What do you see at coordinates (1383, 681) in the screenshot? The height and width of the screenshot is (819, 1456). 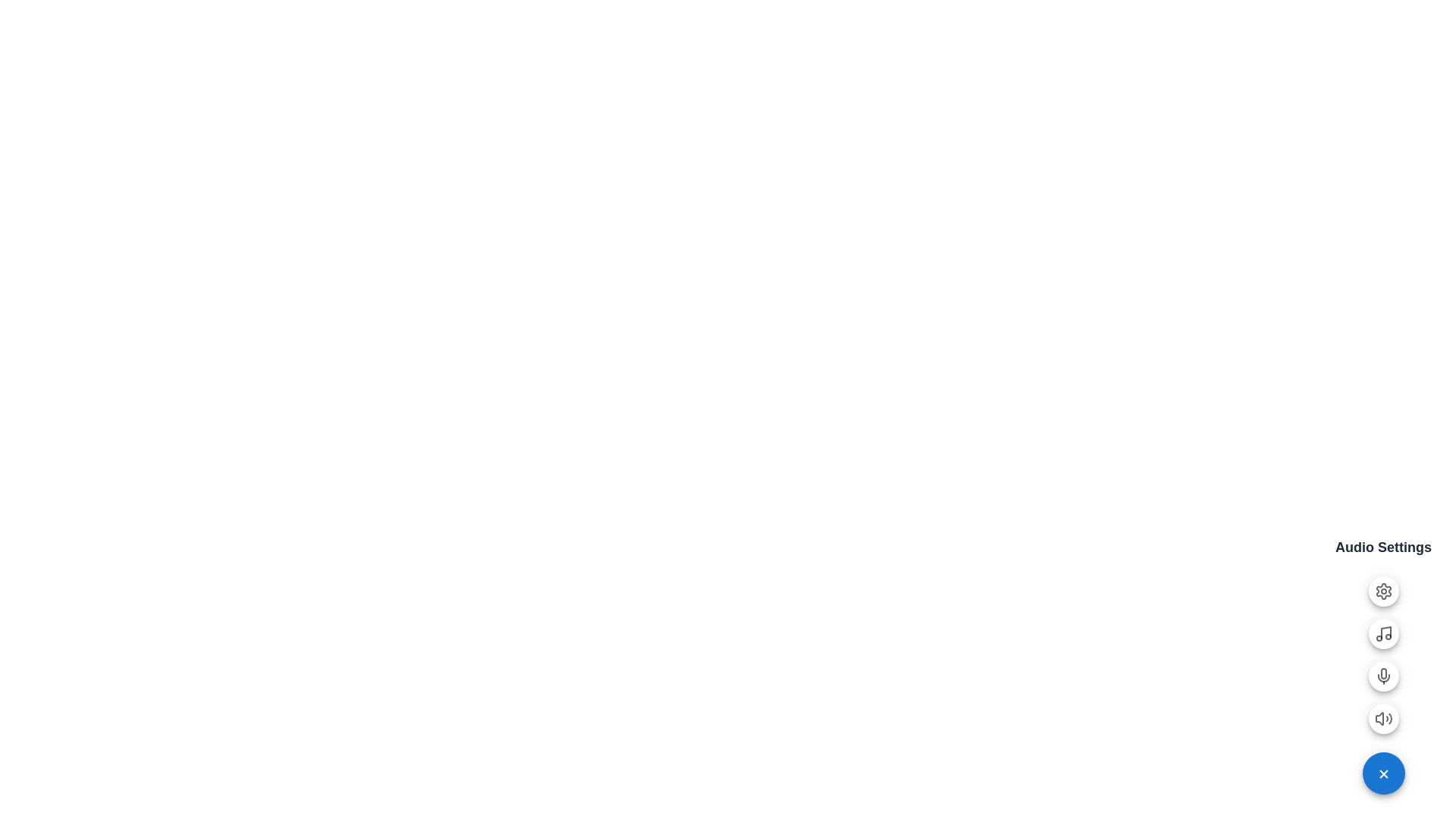 I see `the microphone settings button located in the vertical menu under 'Audio Settings'` at bounding box center [1383, 681].